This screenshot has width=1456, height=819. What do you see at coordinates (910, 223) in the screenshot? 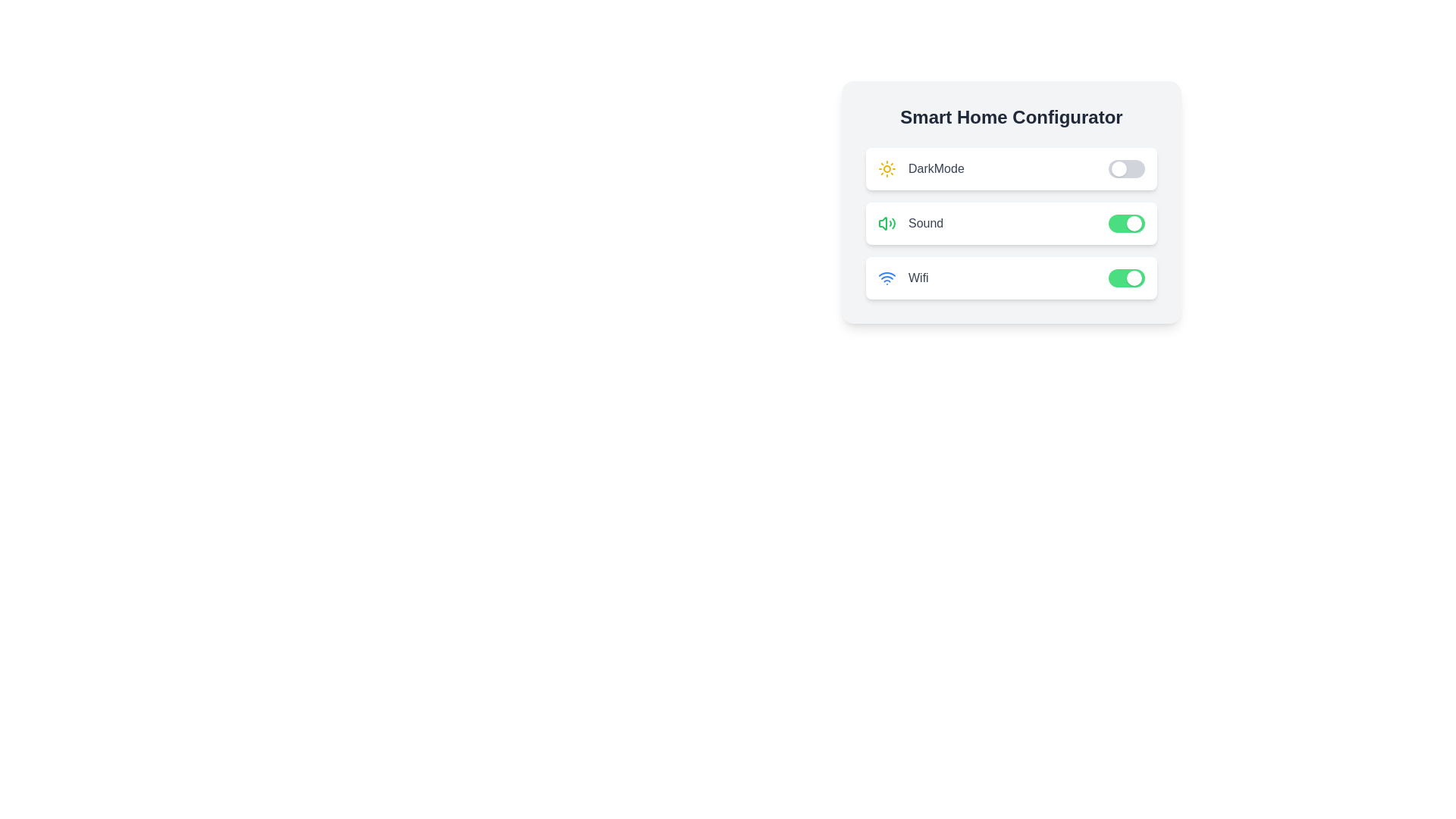
I see `the sound-related setting element` at bounding box center [910, 223].